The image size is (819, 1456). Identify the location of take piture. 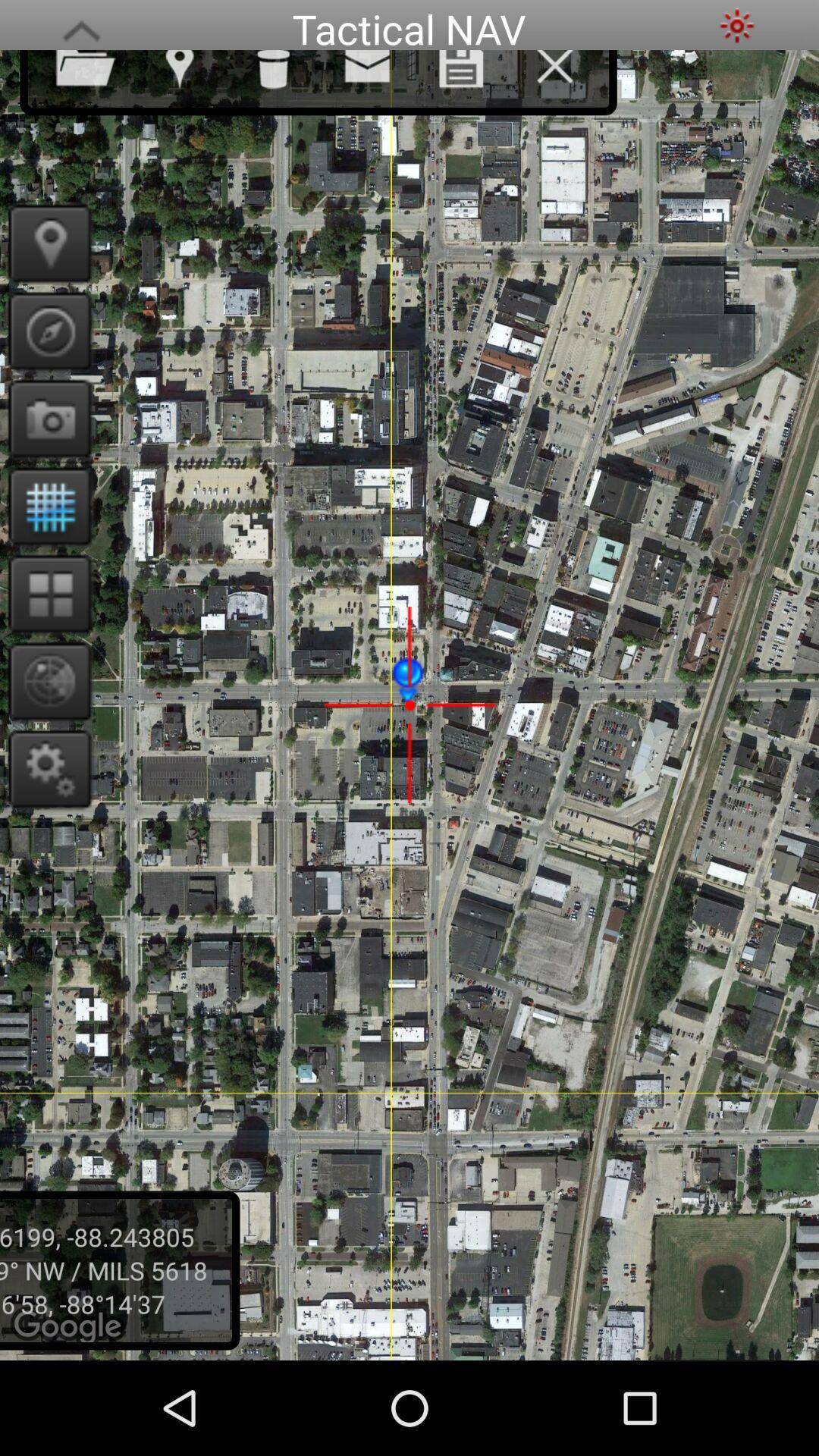
(44, 419).